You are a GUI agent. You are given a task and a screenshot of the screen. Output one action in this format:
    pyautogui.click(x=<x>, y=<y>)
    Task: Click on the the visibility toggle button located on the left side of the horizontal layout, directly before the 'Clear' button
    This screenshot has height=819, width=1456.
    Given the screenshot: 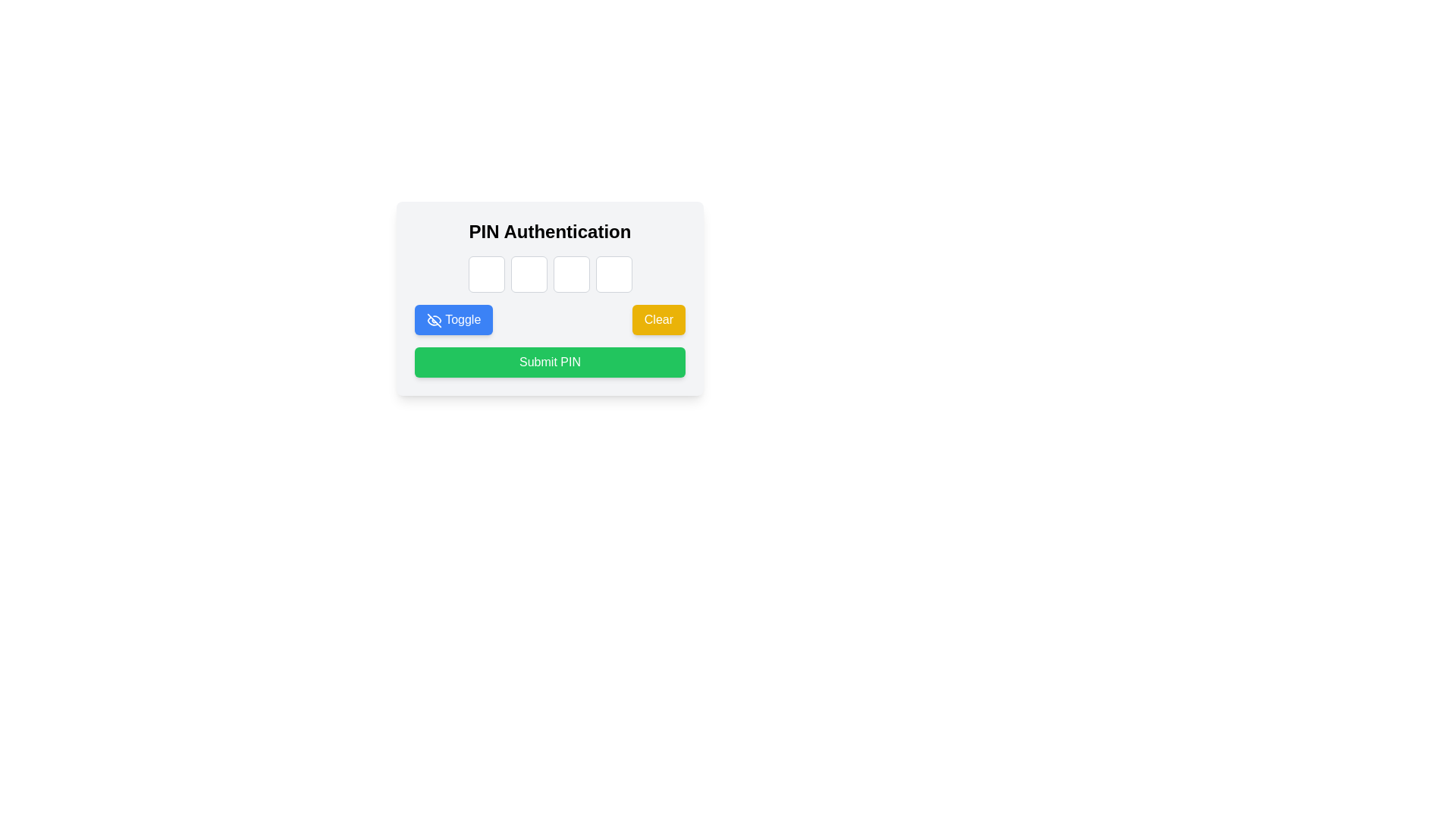 What is the action you would take?
    pyautogui.click(x=453, y=318)
    